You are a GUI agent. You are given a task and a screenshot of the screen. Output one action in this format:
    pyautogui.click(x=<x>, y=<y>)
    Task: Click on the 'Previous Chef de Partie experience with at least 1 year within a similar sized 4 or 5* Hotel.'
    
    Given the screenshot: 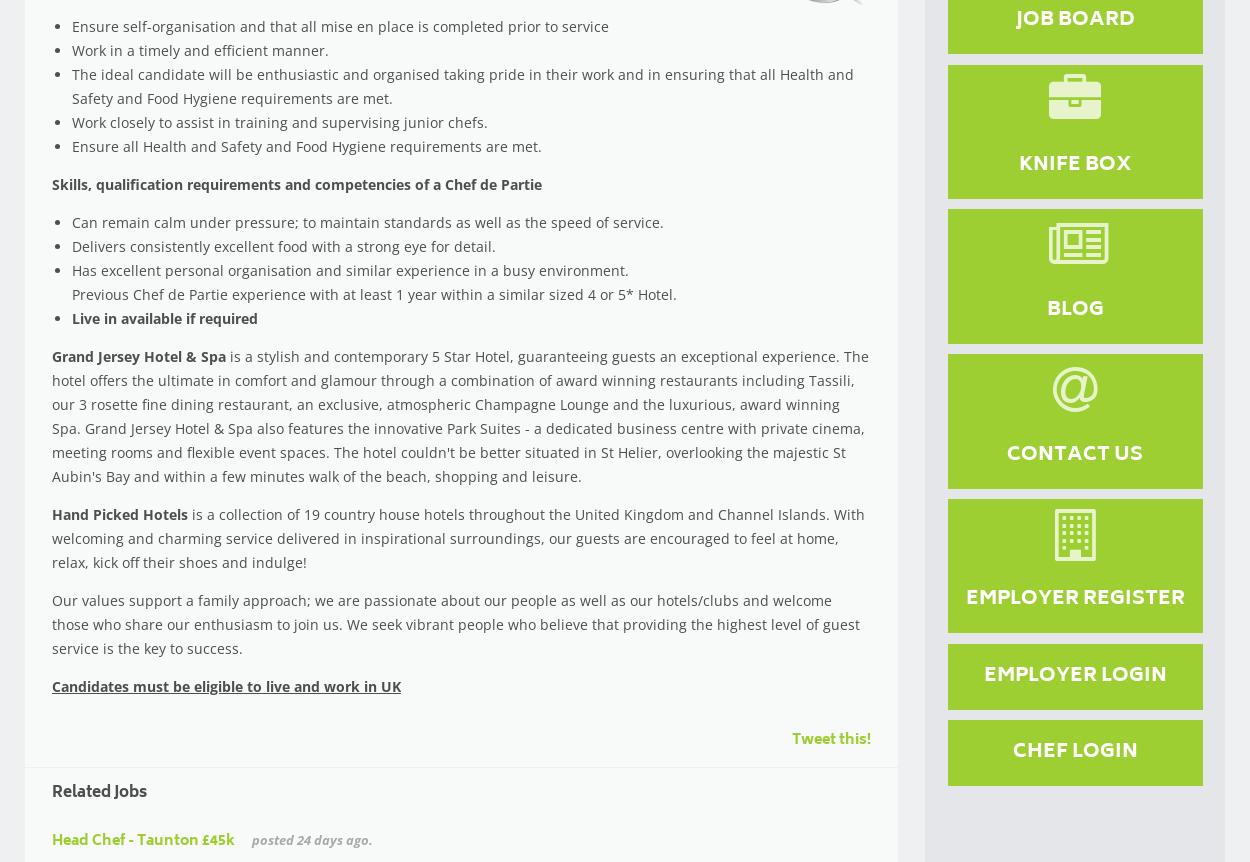 What is the action you would take?
    pyautogui.click(x=373, y=294)
    